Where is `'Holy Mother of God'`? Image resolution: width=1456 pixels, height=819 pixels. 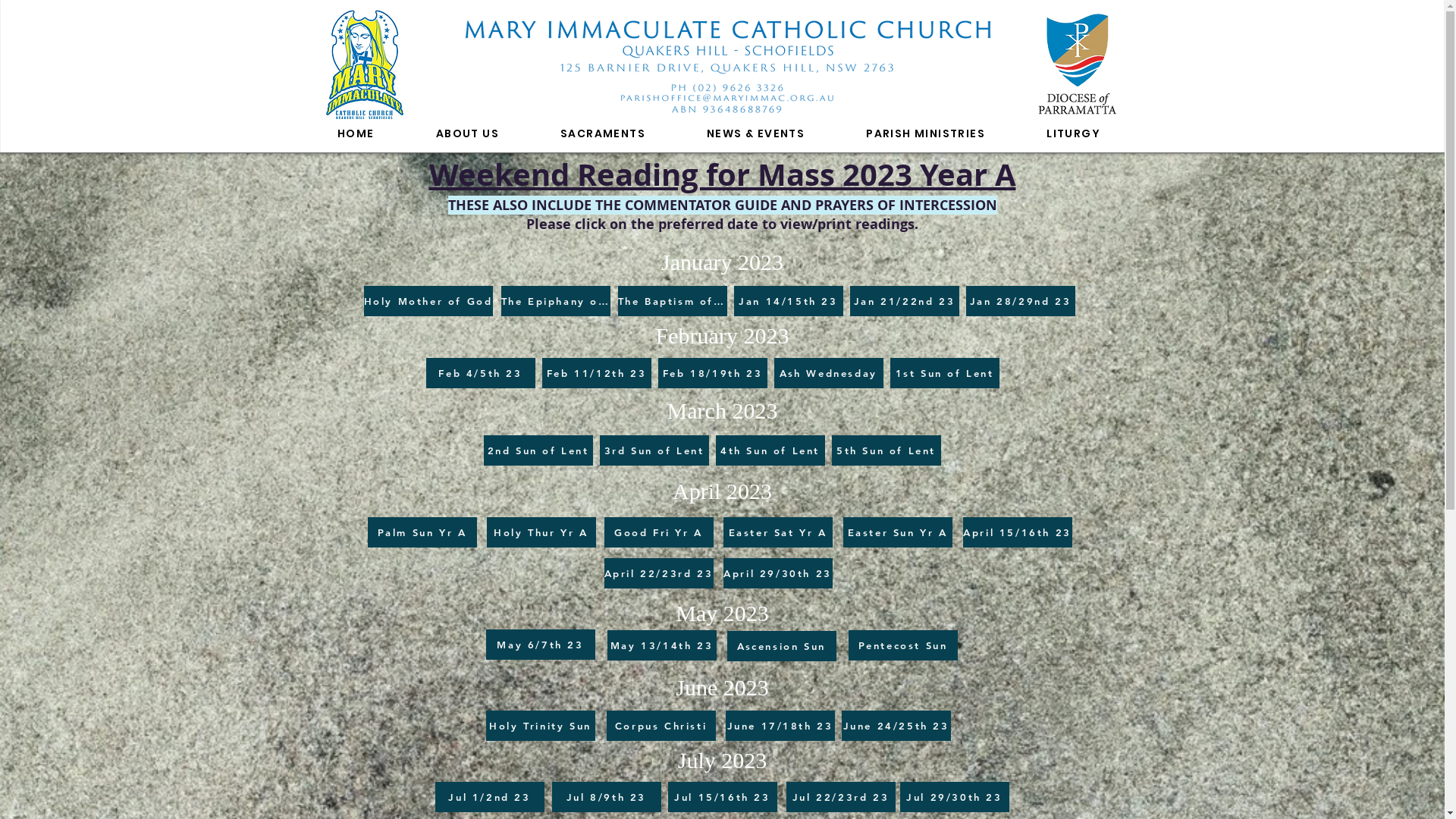 'Holy Mother of God' is located at coordinates (428, 301).